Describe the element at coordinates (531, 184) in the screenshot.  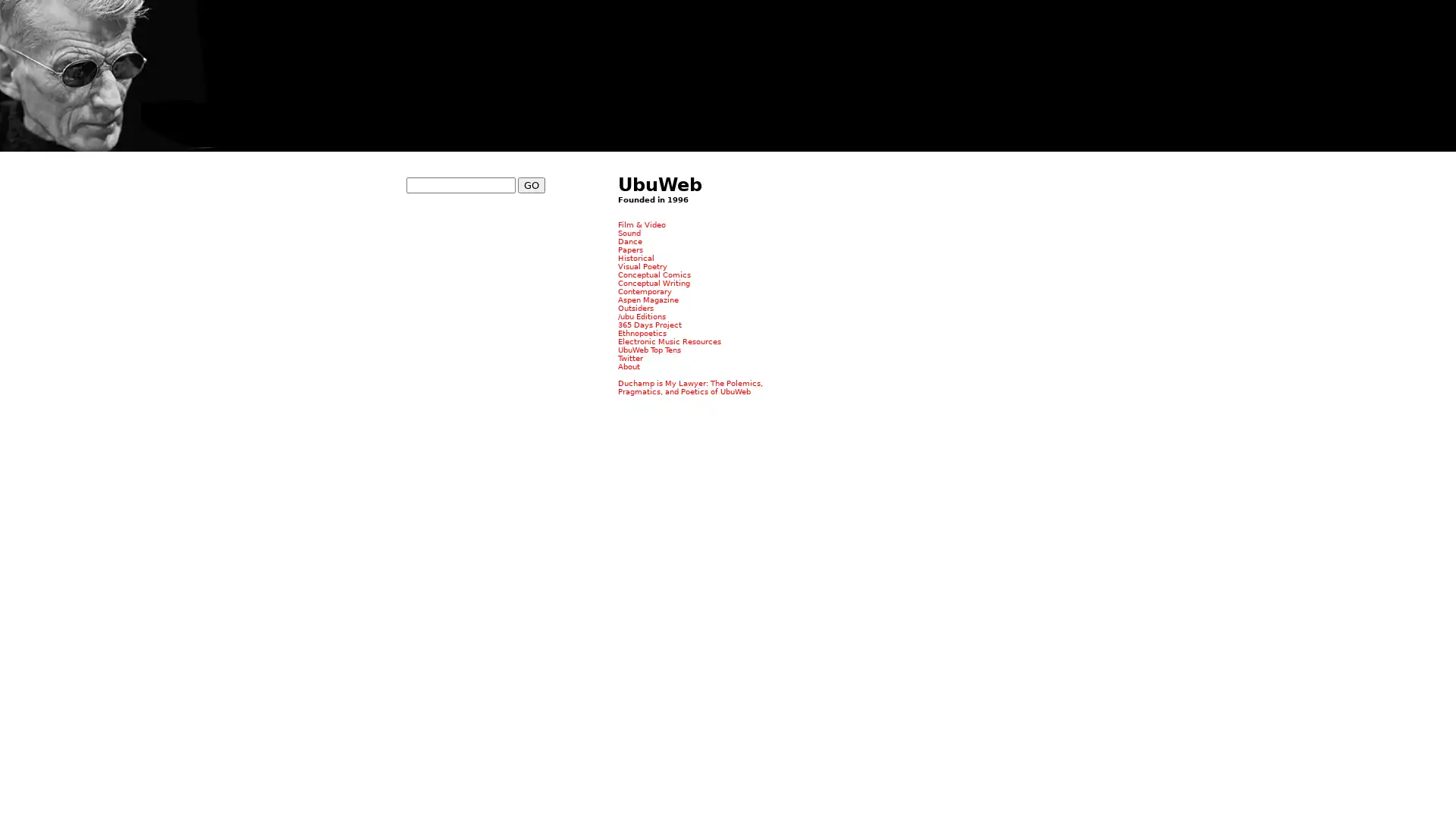
I see `GO` at that location.